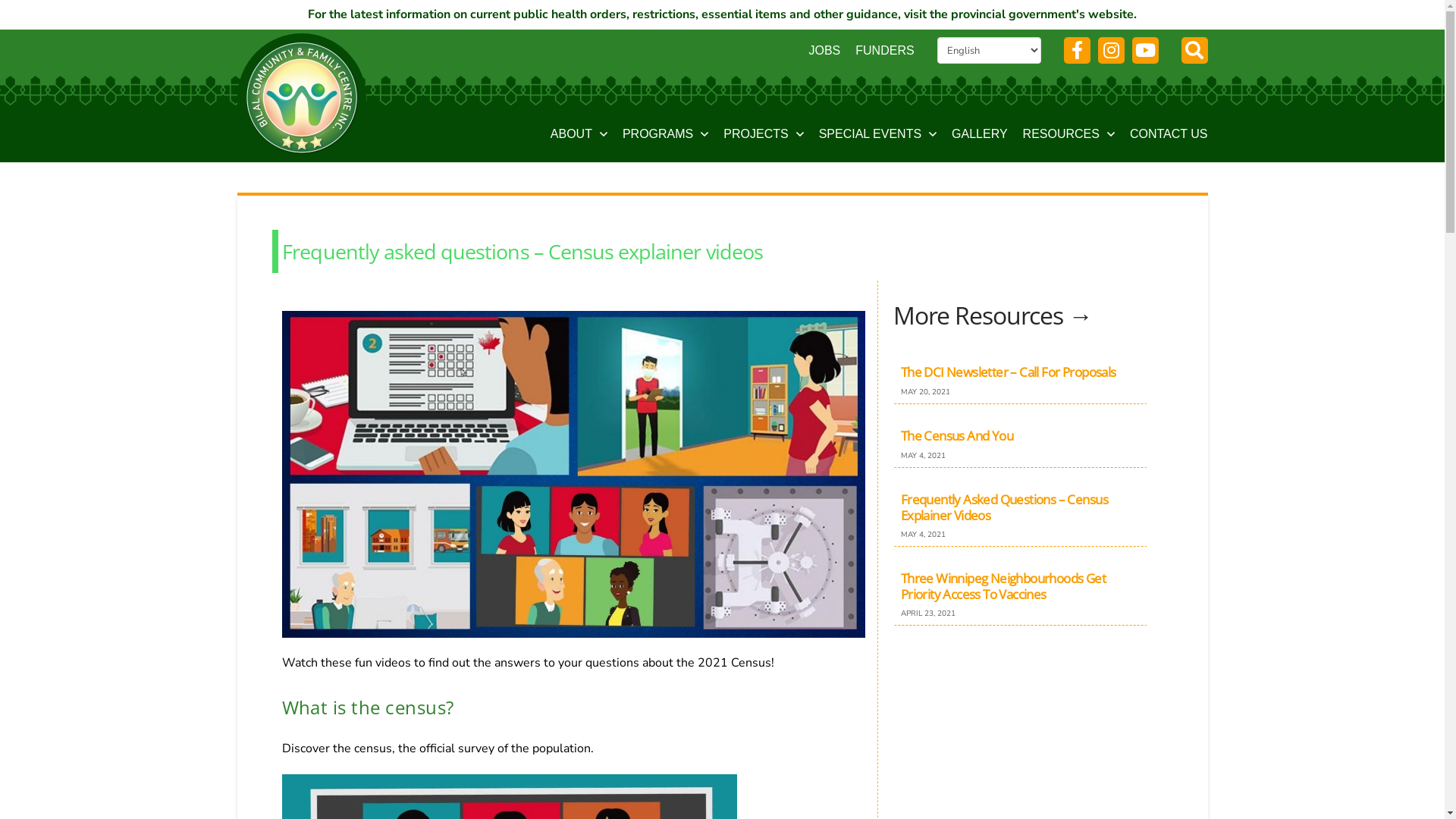  I want to click on 'CONTACT US', so click(1168, 135).